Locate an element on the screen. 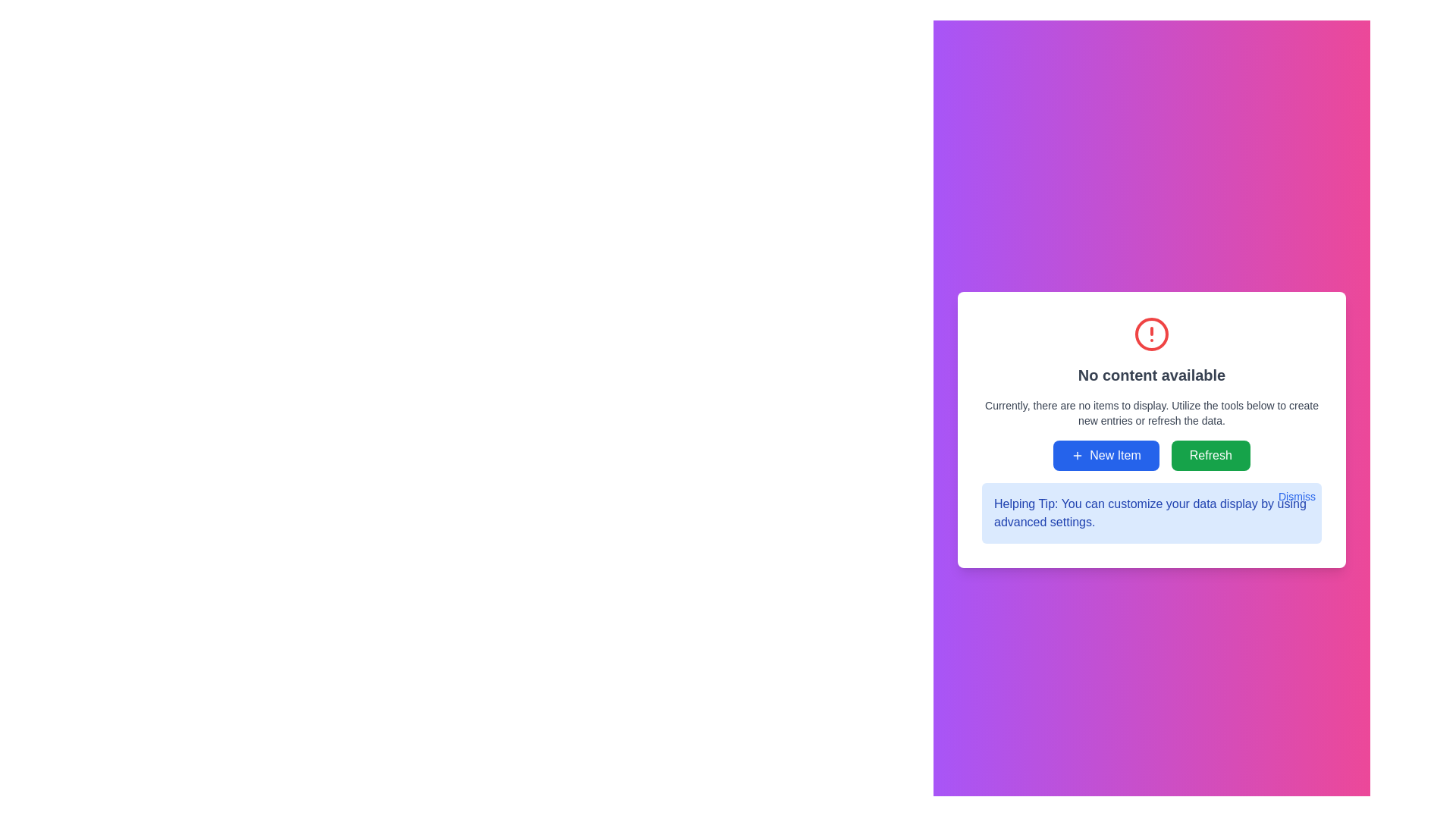 The height and width of the screenshot is (819, 1456). the red alert icon located centrally at the top of the dialog box, which is above the headline text 'No content available' is located at coordinates (1151, 333).